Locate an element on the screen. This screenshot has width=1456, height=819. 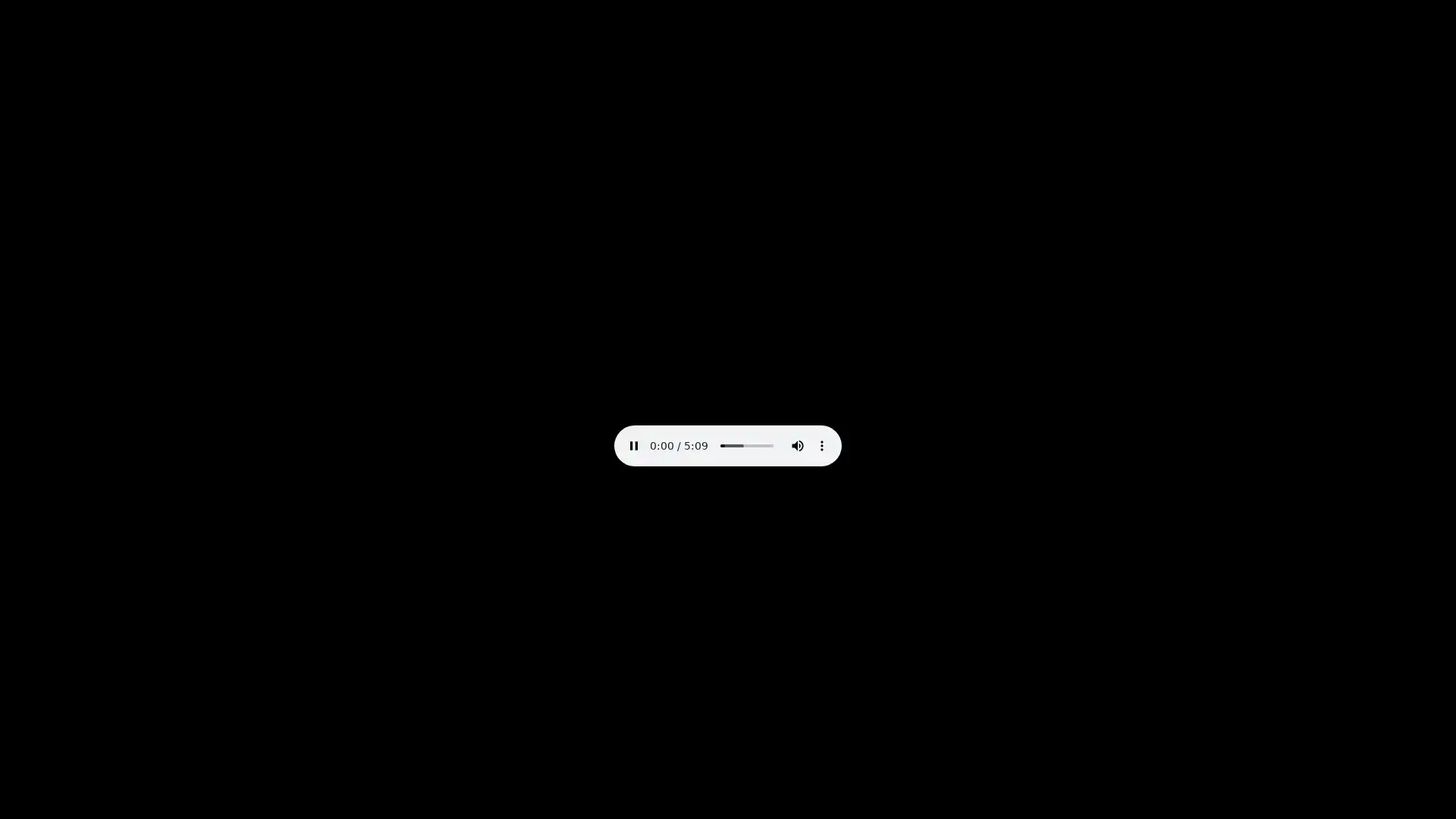
pause is located at coordinates (633, 444).